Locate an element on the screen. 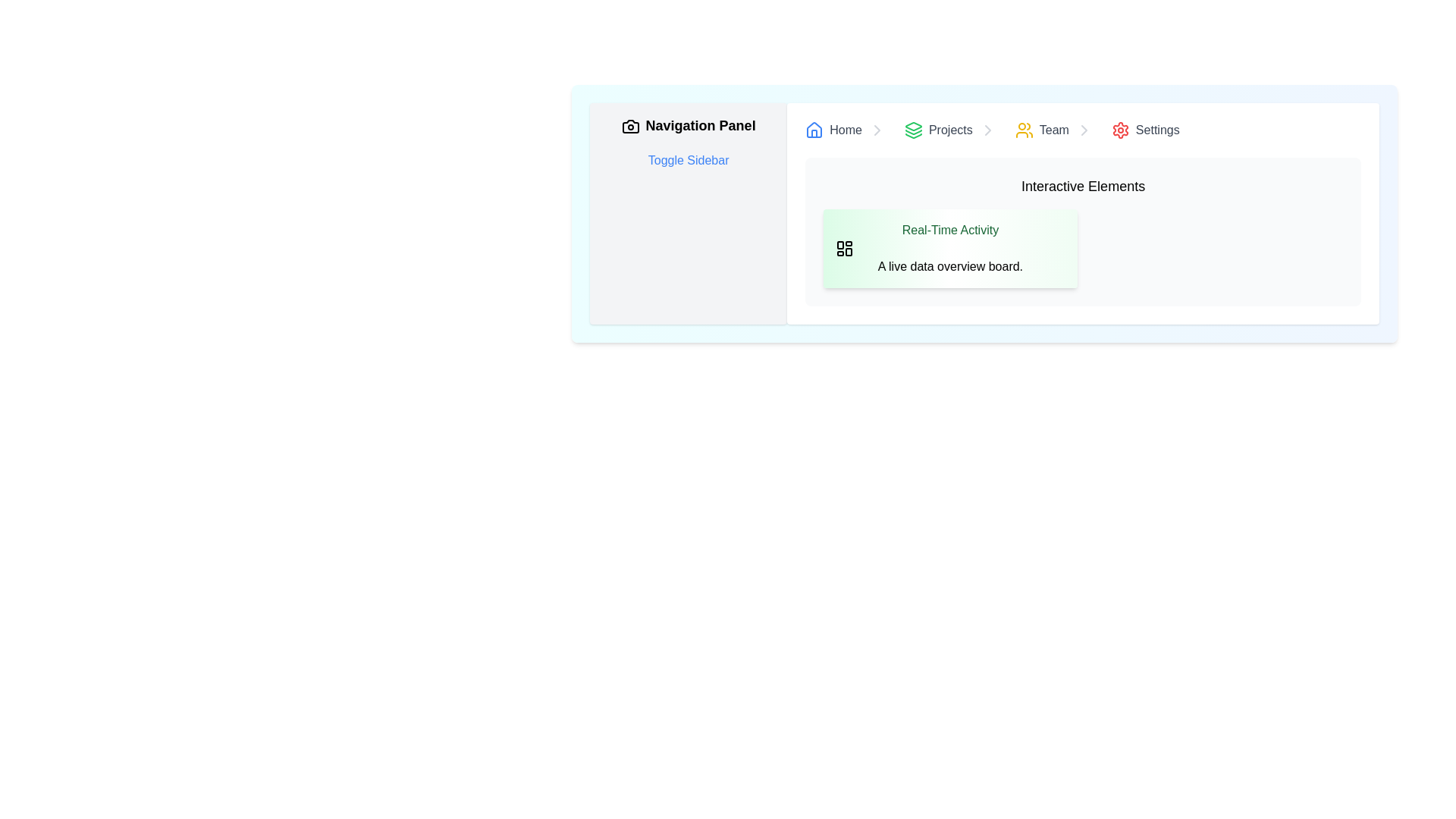 The image size is (1456, 819). the icon in the top navigation bar between the 'Projects' and 'Settings' links is located at coordinates (1024, 130).